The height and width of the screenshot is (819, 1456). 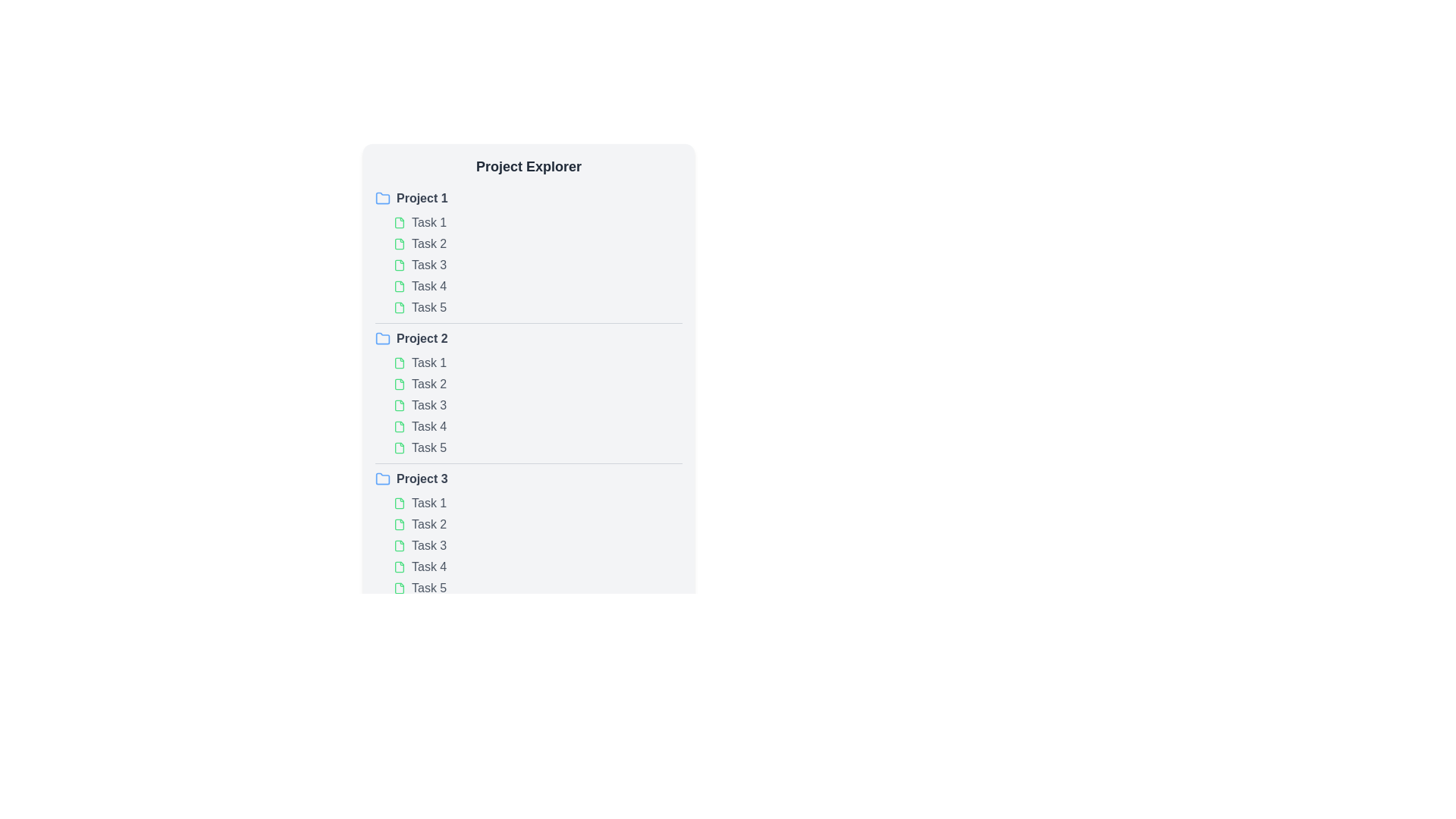 I want to click on the text label representing a task item in the project management interface, so click(x=428, y=222).